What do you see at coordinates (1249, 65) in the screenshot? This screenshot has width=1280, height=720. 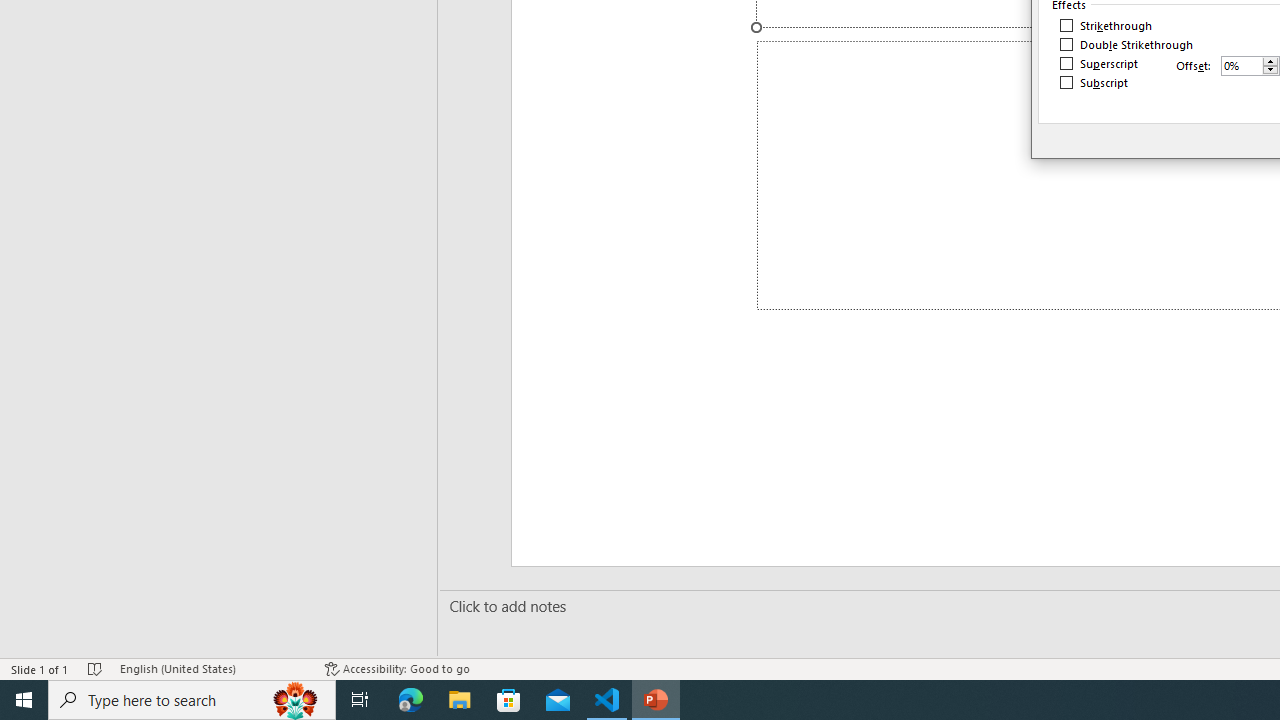 I see `'Offset'` at bounding box center [1249, 65].